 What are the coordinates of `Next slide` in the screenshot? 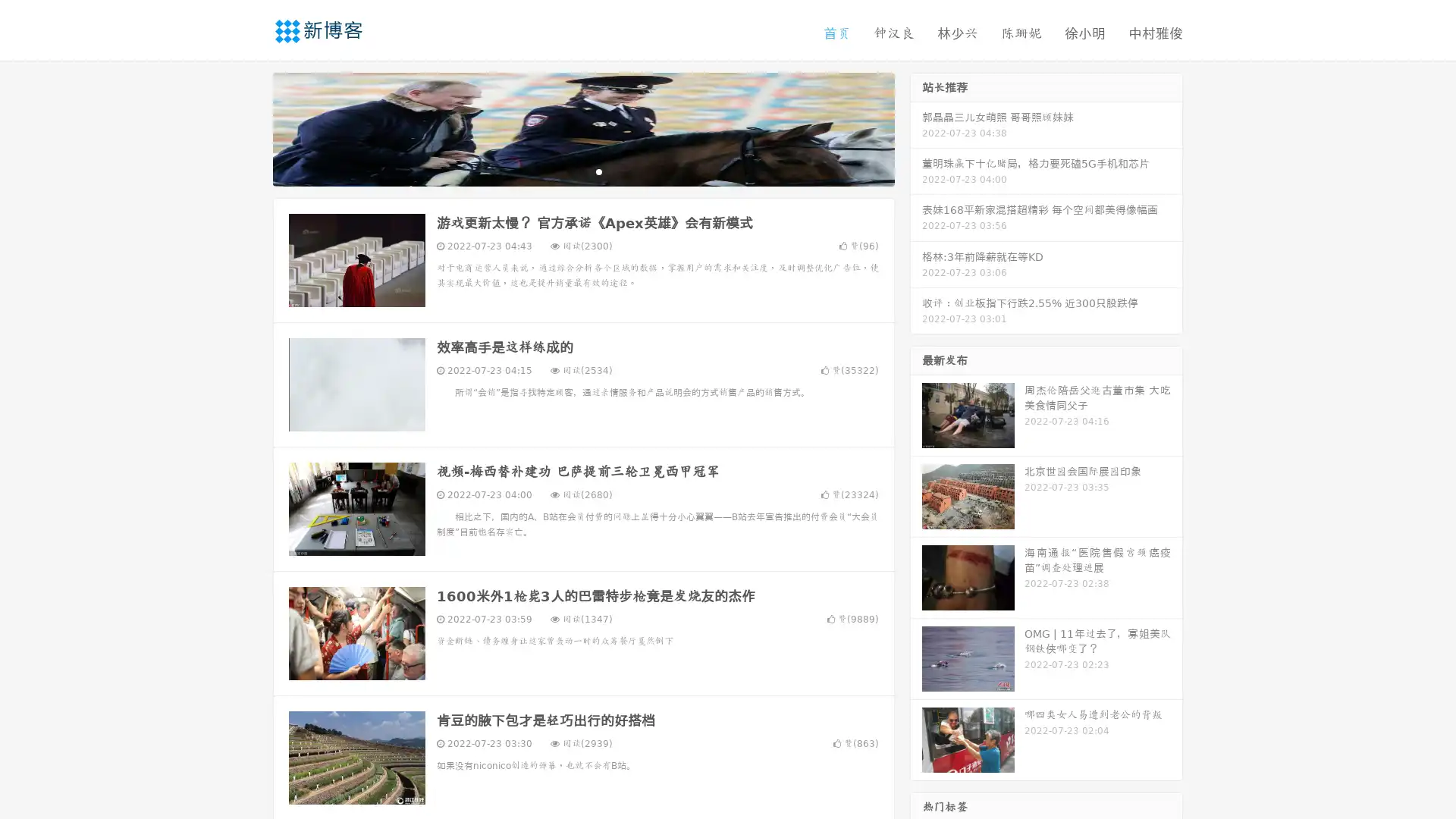 It's located at (916, 127).